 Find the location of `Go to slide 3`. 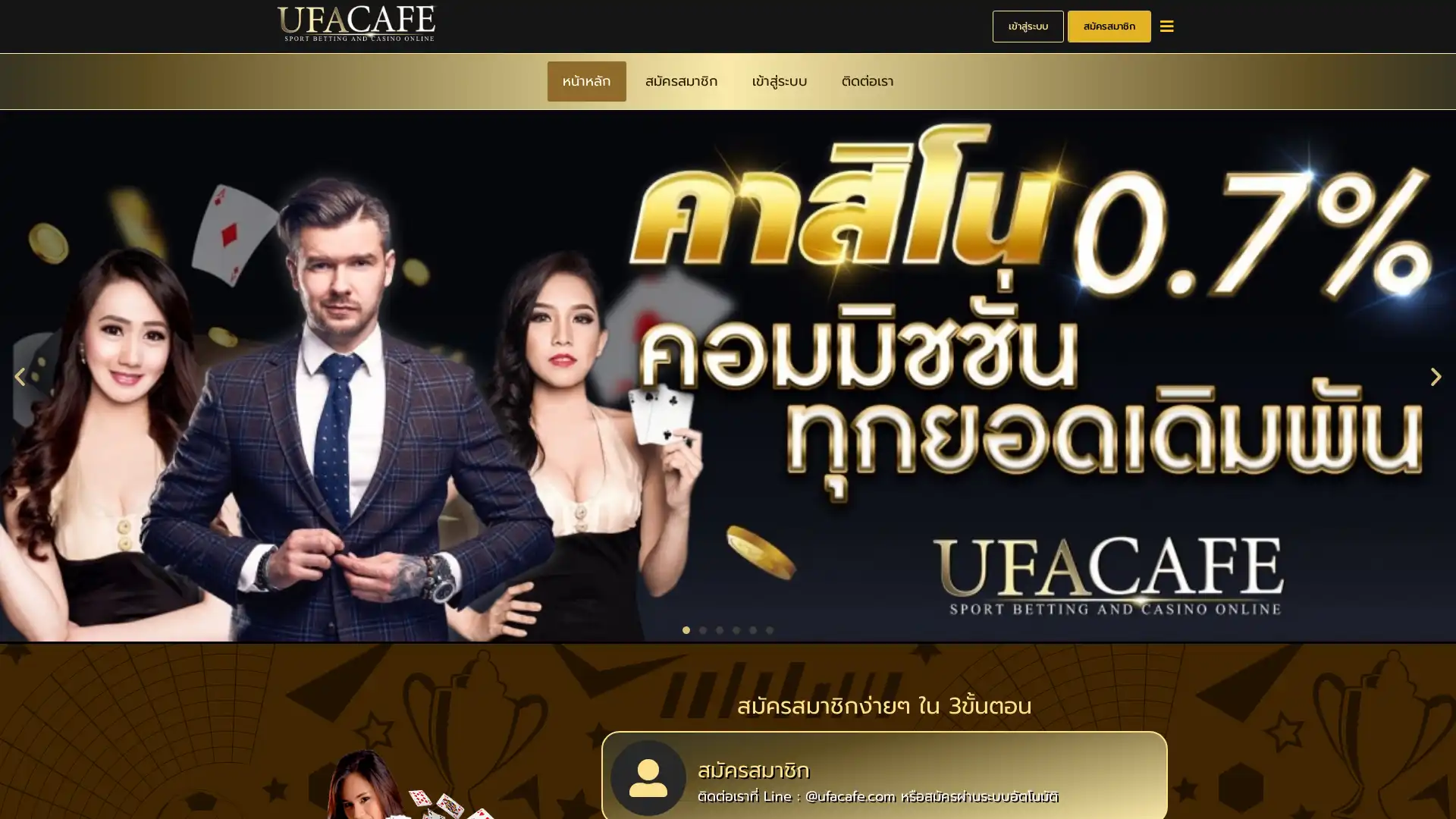

Go to slide 3 is located at coordinates (719, 628).